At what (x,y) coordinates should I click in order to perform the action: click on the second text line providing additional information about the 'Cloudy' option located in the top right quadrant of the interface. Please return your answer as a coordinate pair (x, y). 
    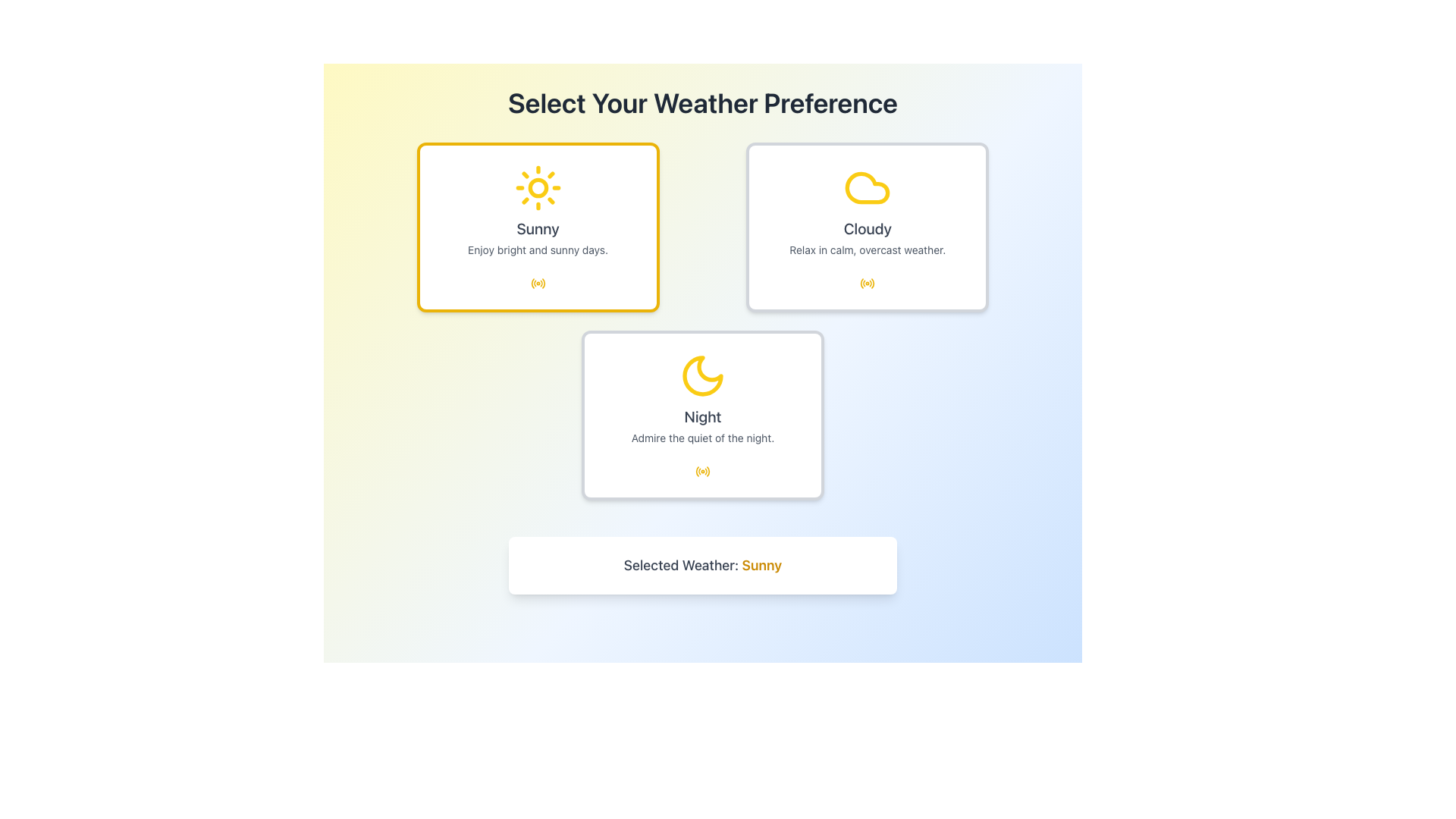
    Looking at the image, I should click on (868, 249).